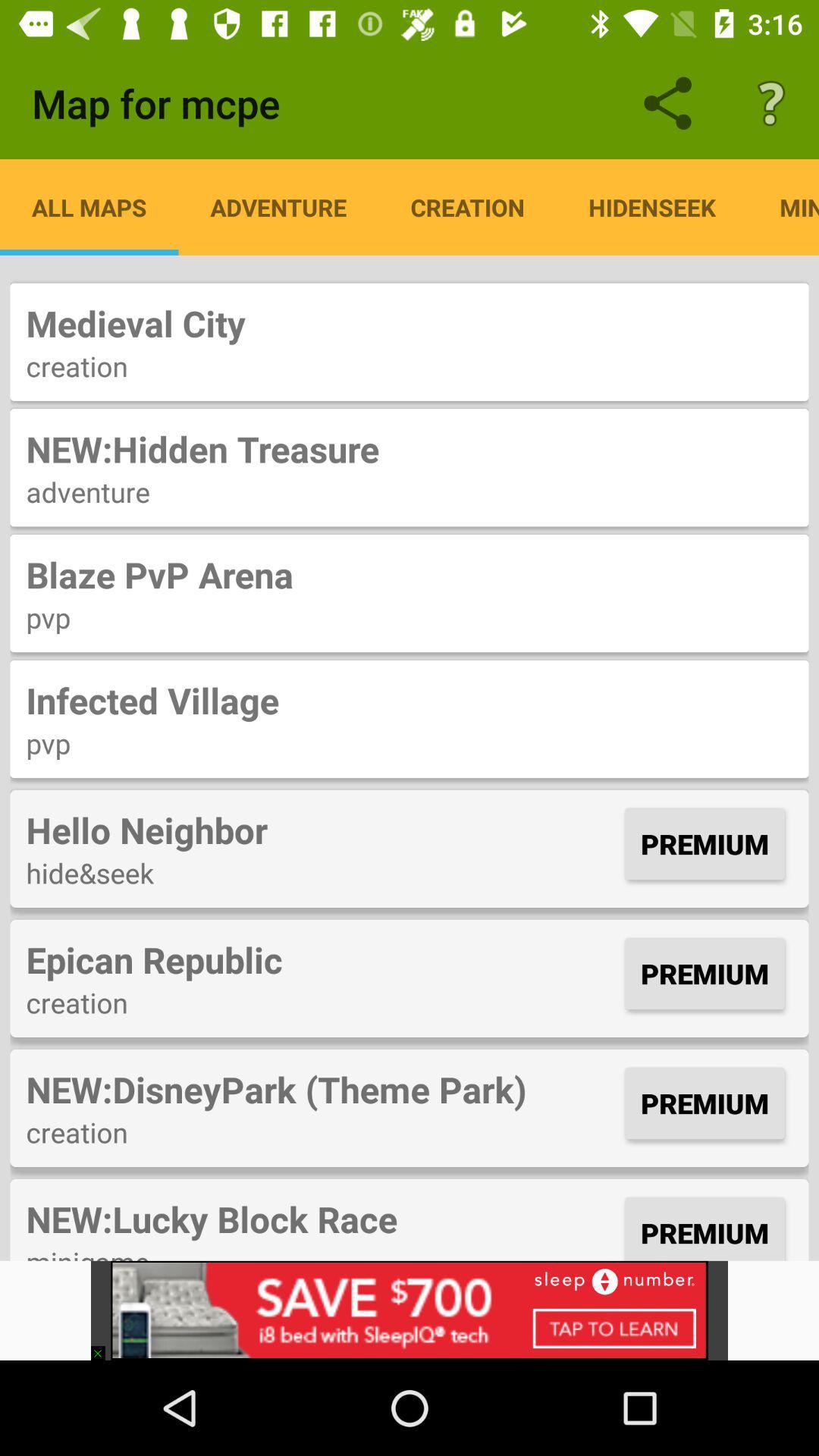 This screenshot has width=819, height=1456. I want to click on the item below the minigame, so click(104, 1346).